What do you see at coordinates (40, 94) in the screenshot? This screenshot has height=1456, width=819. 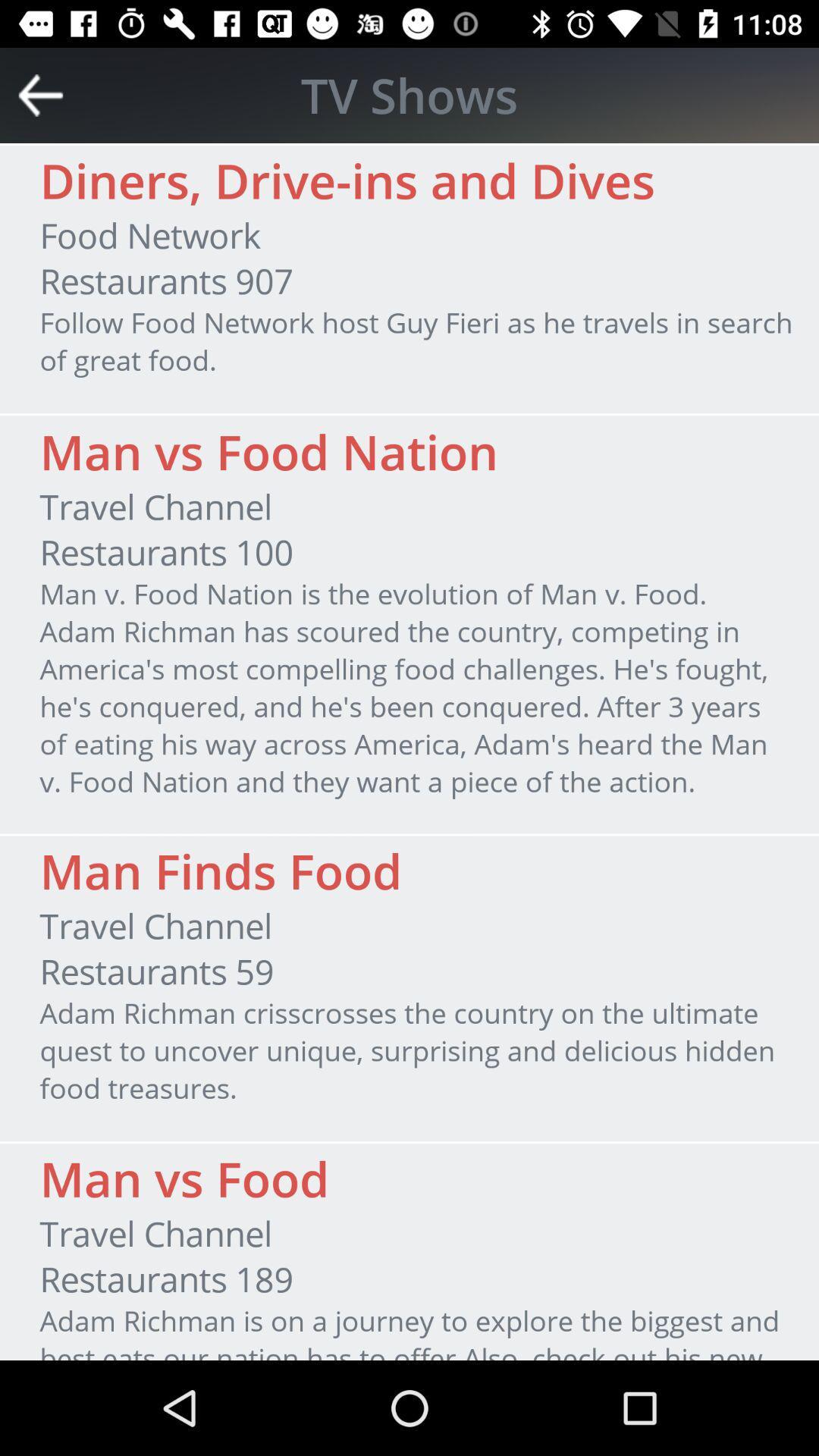 I see `the icon next to tv shows item` at bounding box center [40, 94].